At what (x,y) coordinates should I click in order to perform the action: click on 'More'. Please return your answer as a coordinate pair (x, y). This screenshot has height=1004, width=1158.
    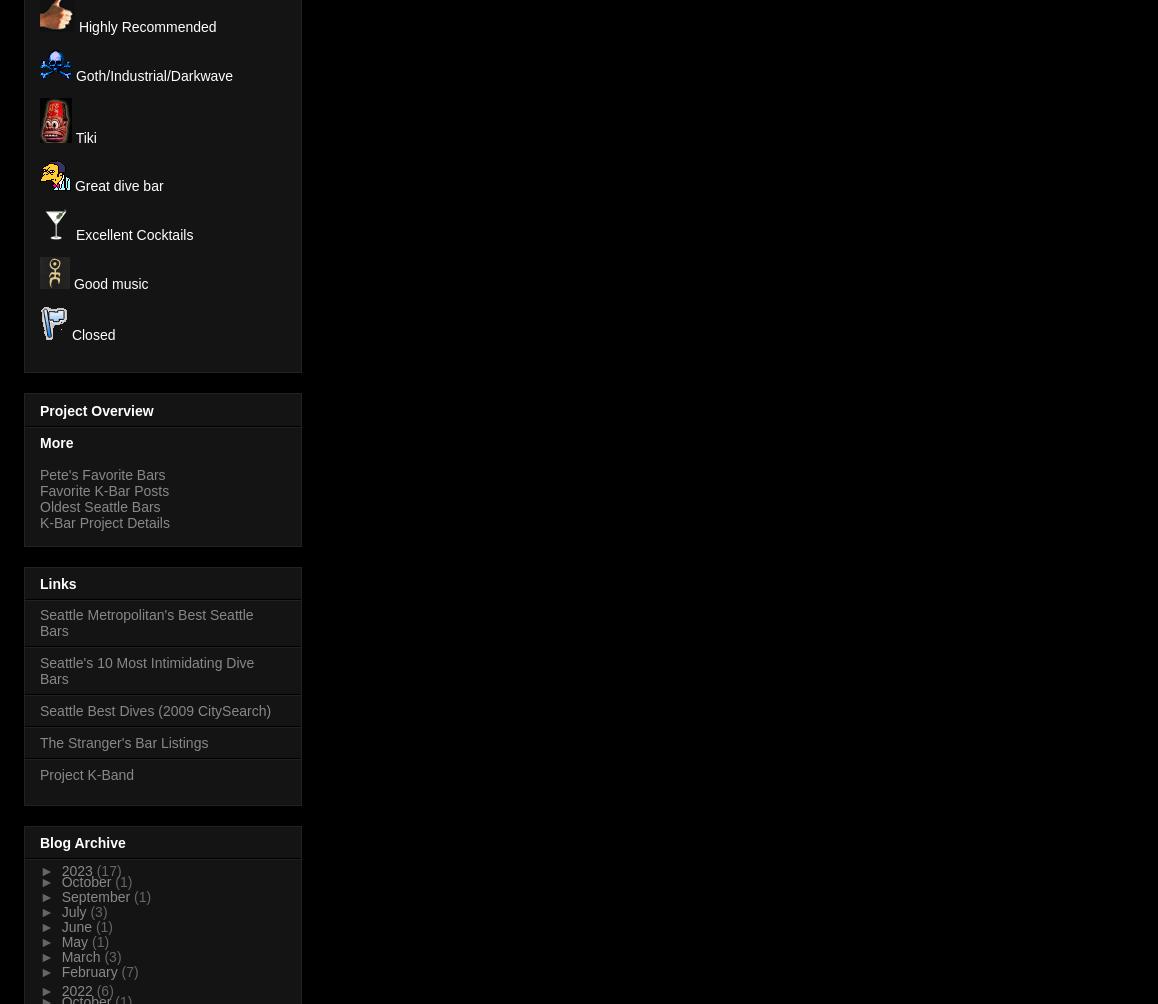
    Looking at the image, I should click on (55, 440).